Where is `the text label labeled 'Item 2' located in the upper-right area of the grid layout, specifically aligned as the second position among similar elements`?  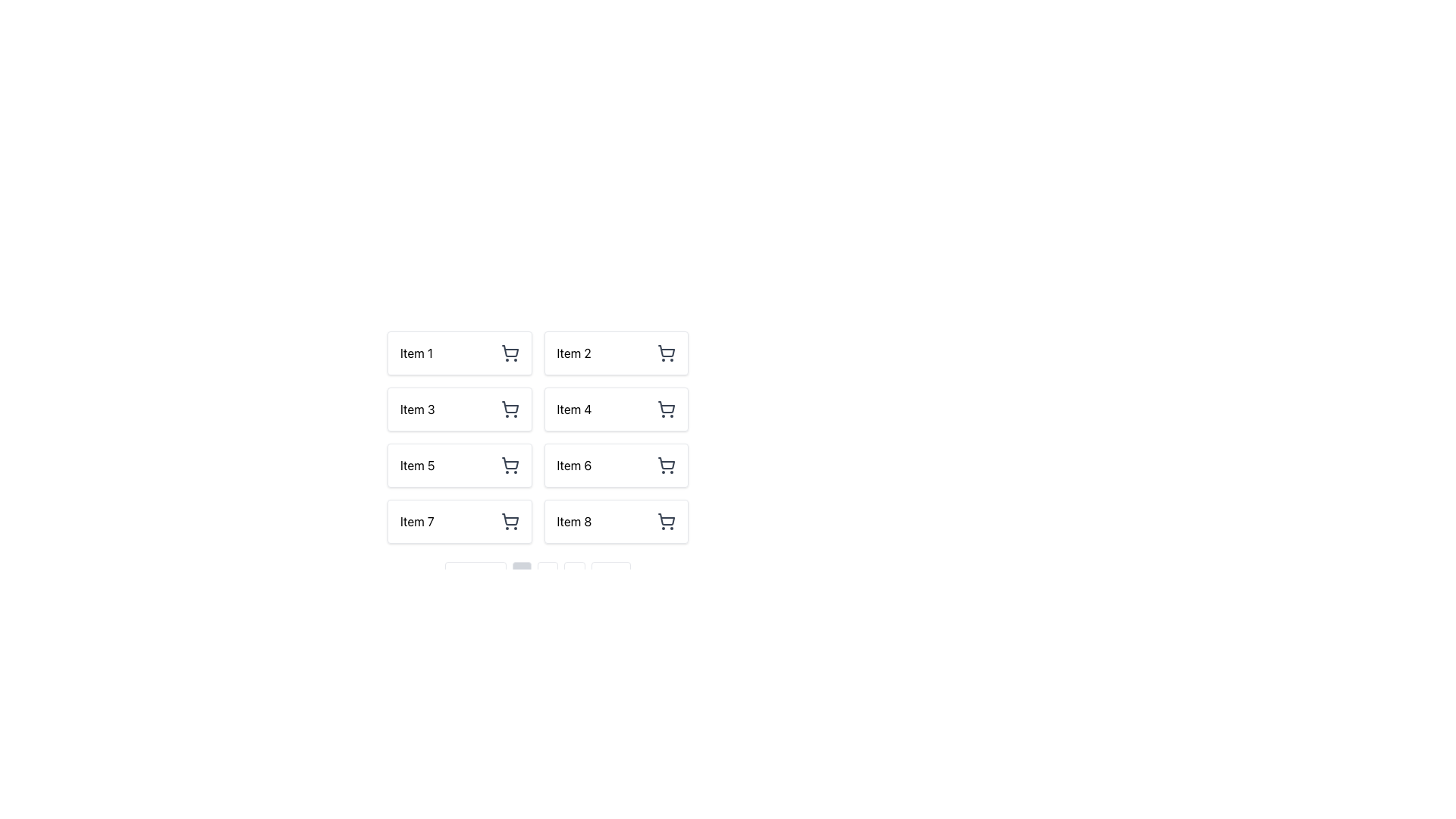
the text label labeled 'Item 2' located in the upper-right area of the grid layout, specifically aligned as the second position among similar elements is located at coordinates (573, 353).